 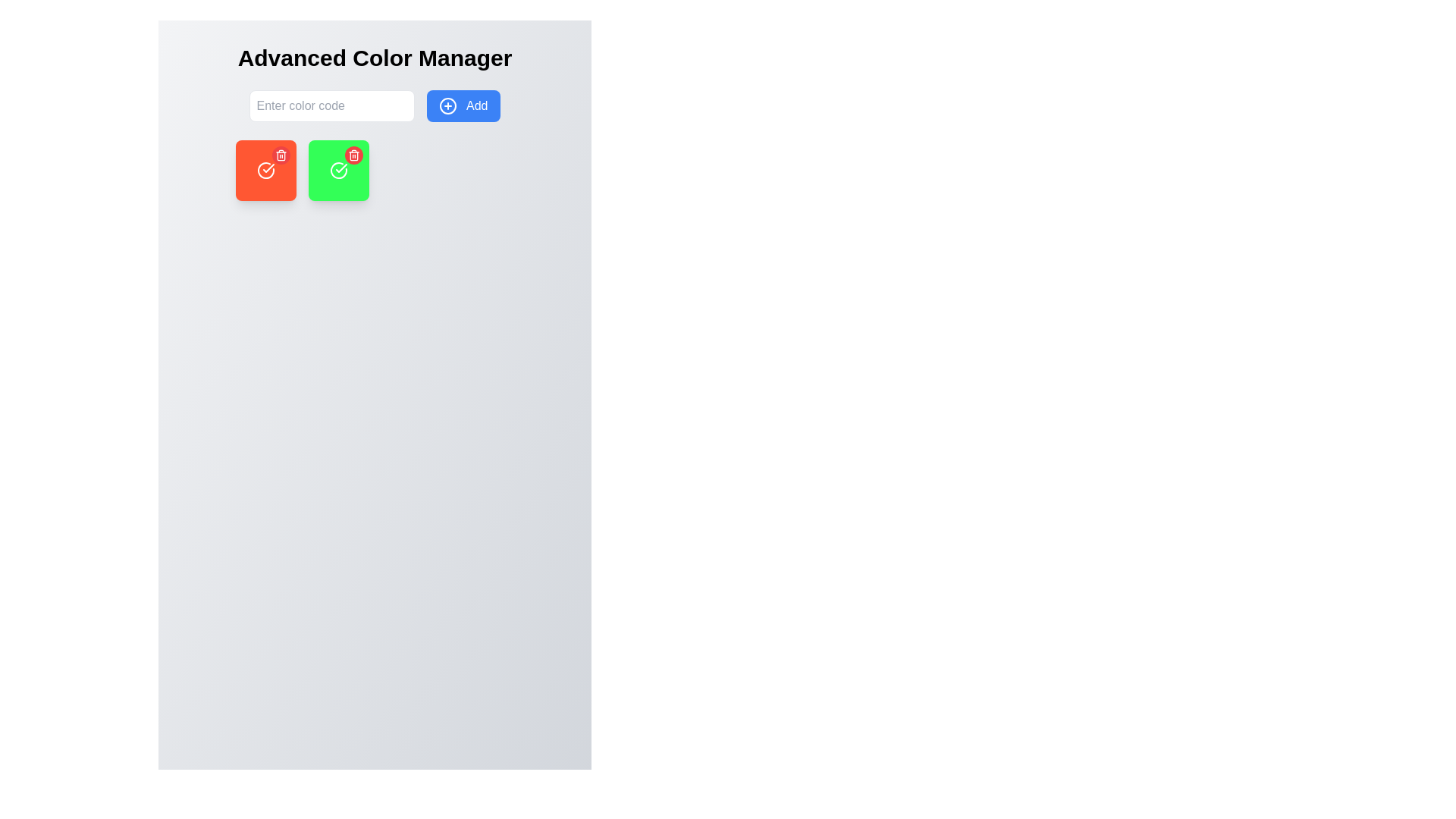 What do you see at coordinates (447, 105) in the screenshot?
I see `the circular icon at the center of the blue 'Add' button located in the upper area of the interface, which enhances its visual appeal` at bounding box center [447, 105].